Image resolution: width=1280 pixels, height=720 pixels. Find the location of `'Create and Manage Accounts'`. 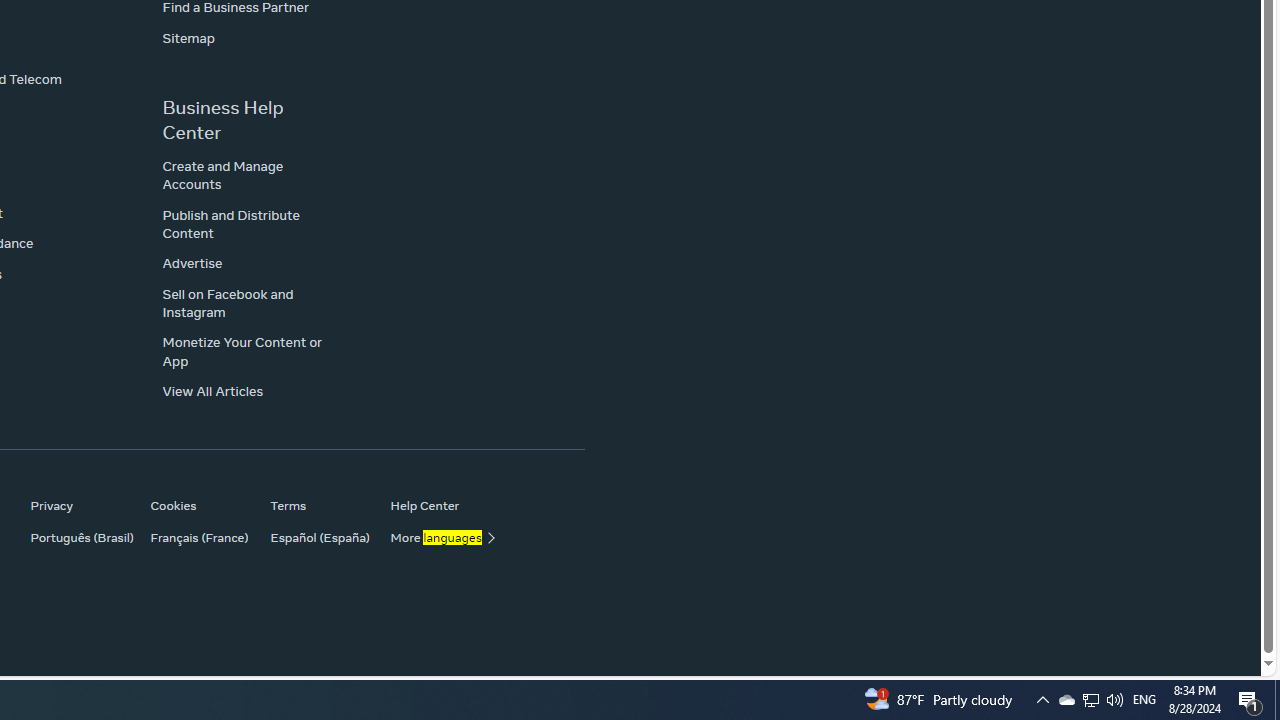

'Create and Manage Accounts' is located at coordinates (223, 173).